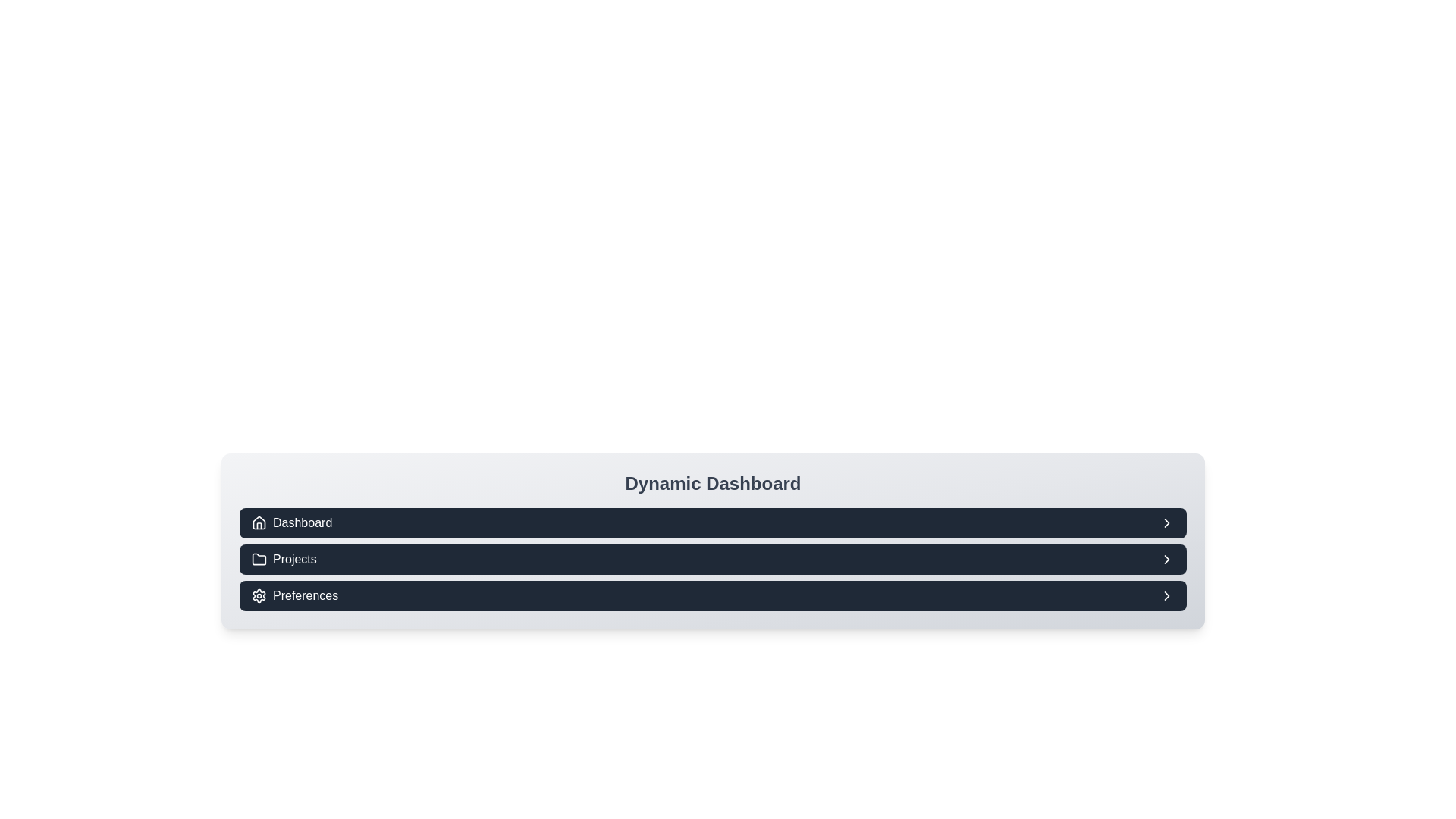 Image resolution: width=1456 pixels, height=819 pixels. I want to click on the folder icon representing the 'Projects' section in the navigation menu, which is positioned to the left of the text within the row labeled 'Projects', so click(259, 559).